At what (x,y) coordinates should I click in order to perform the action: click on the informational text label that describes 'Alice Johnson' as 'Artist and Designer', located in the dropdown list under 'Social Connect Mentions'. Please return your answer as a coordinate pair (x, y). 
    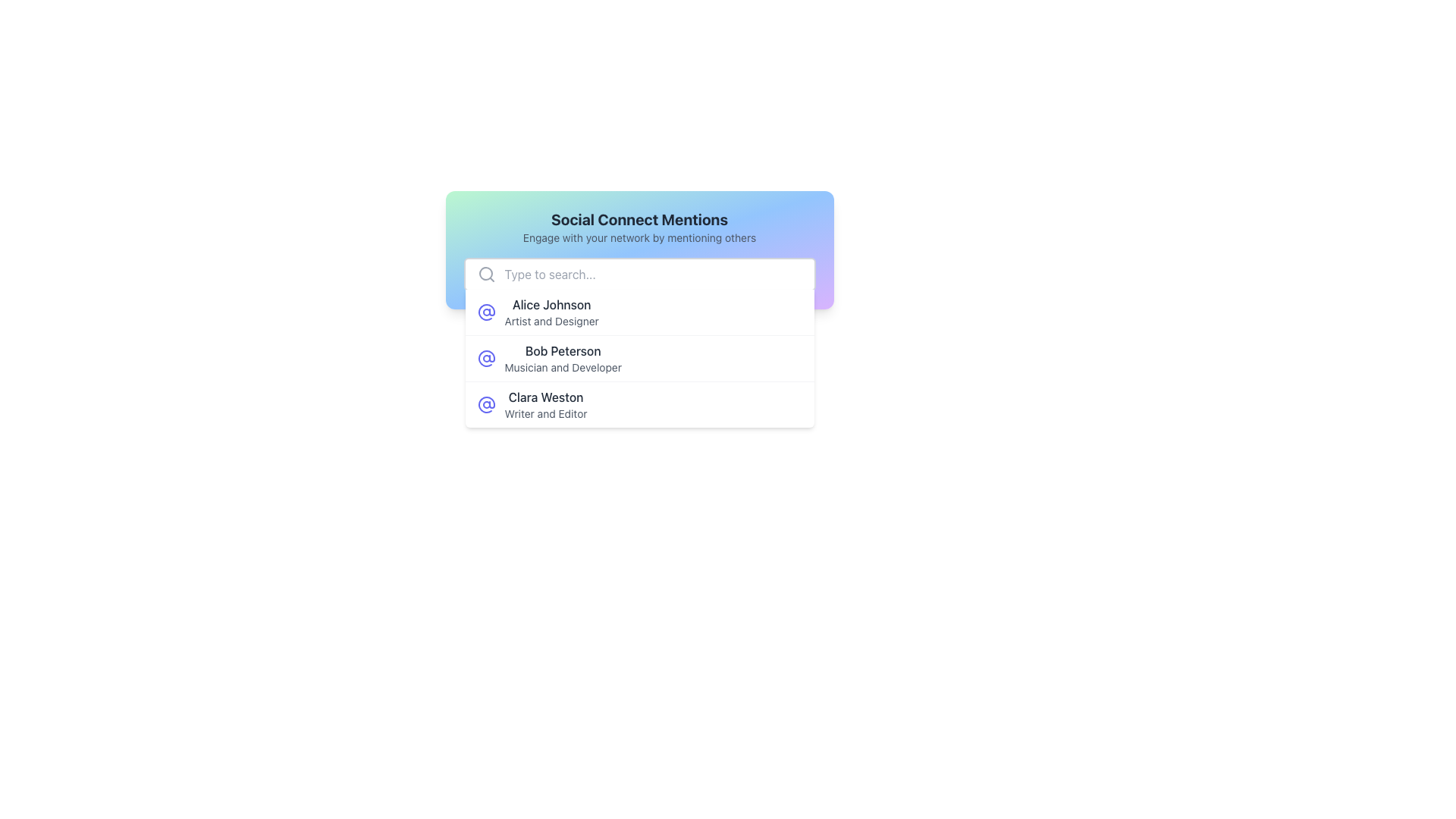
    Looking at the image, I should click on (551, 321).